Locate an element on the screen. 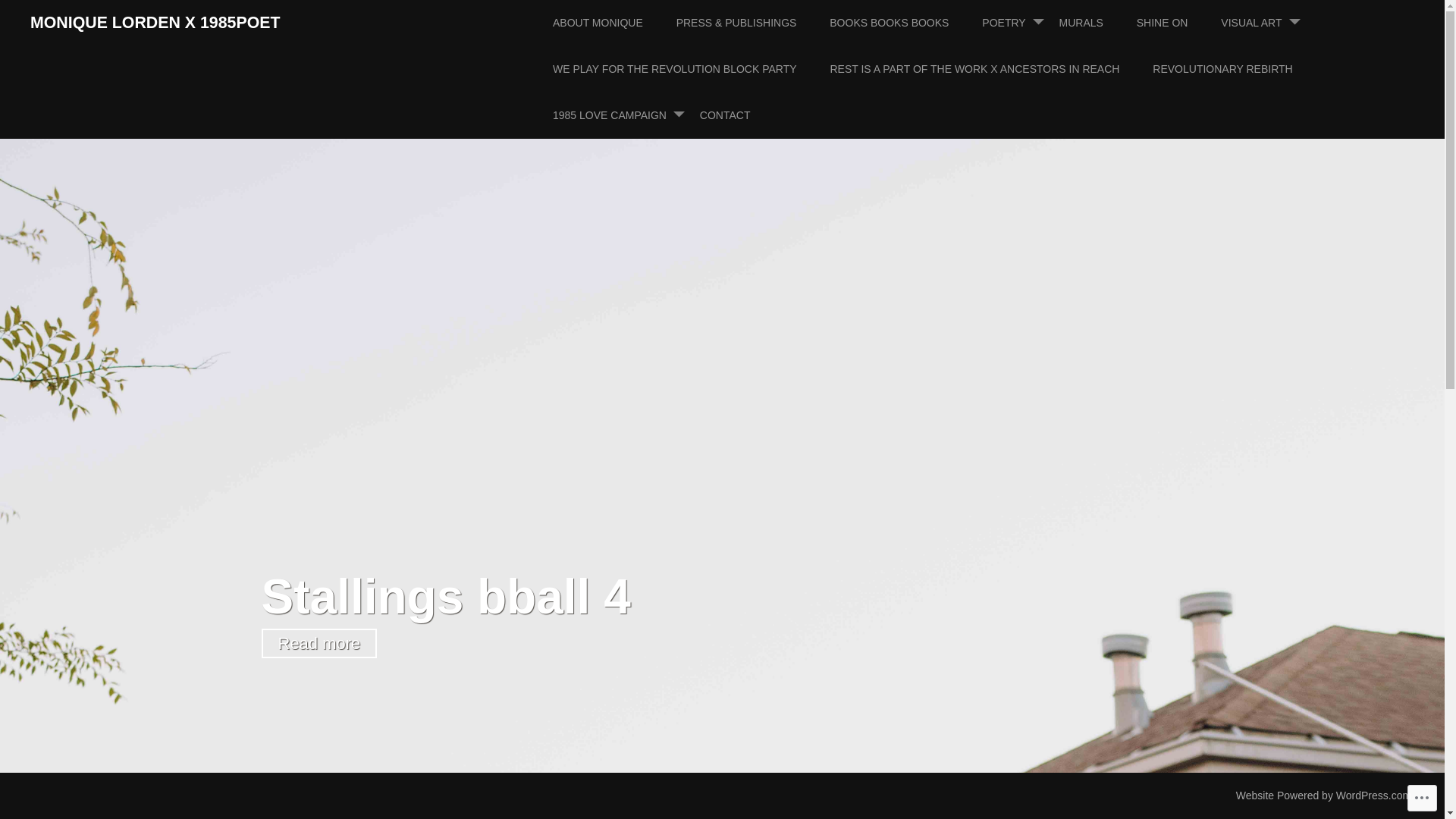  'VISUAL ART' is located at coordinates (1220, 23).